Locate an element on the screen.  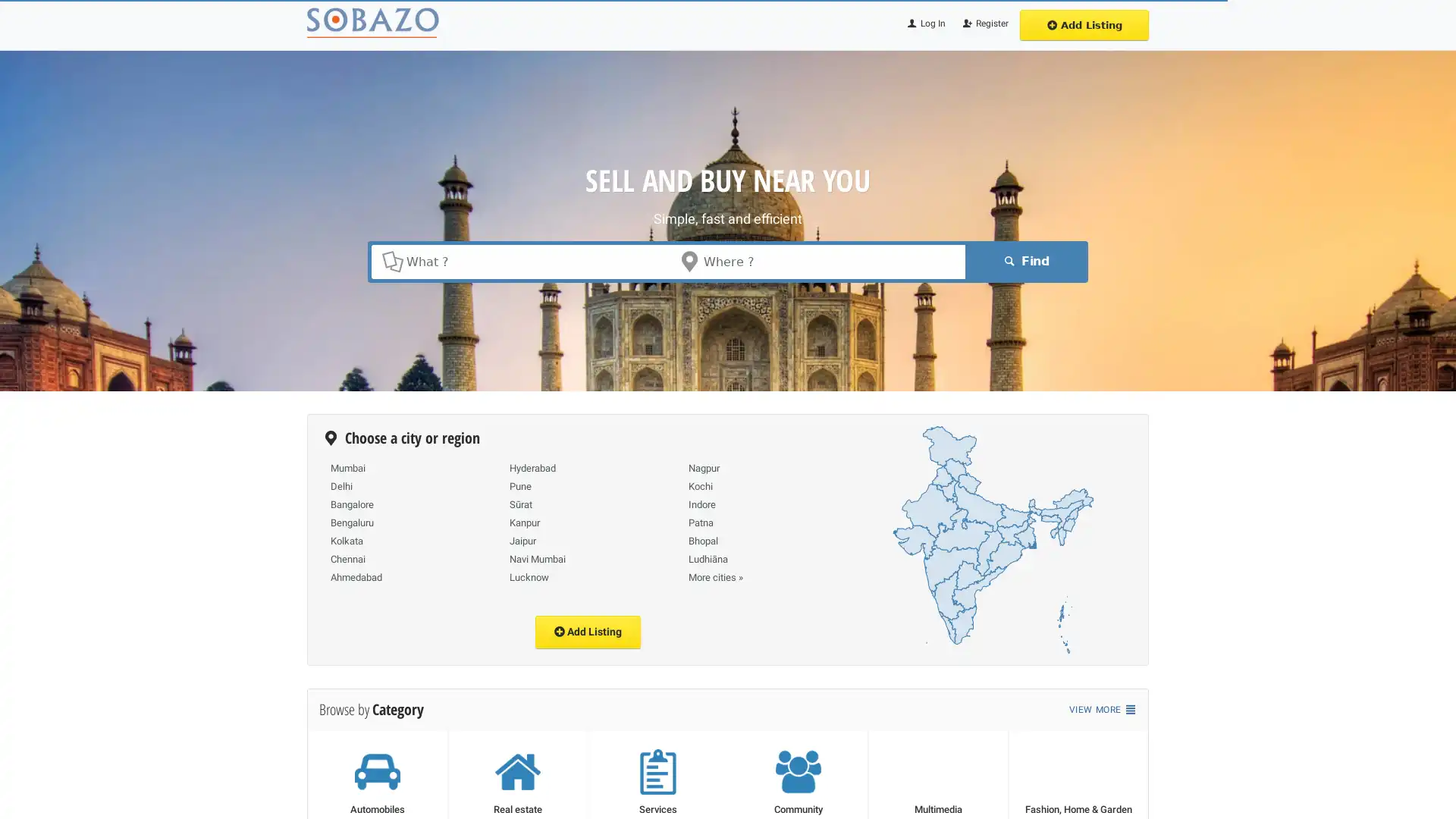
Find is located at coordinates (1024, 260).